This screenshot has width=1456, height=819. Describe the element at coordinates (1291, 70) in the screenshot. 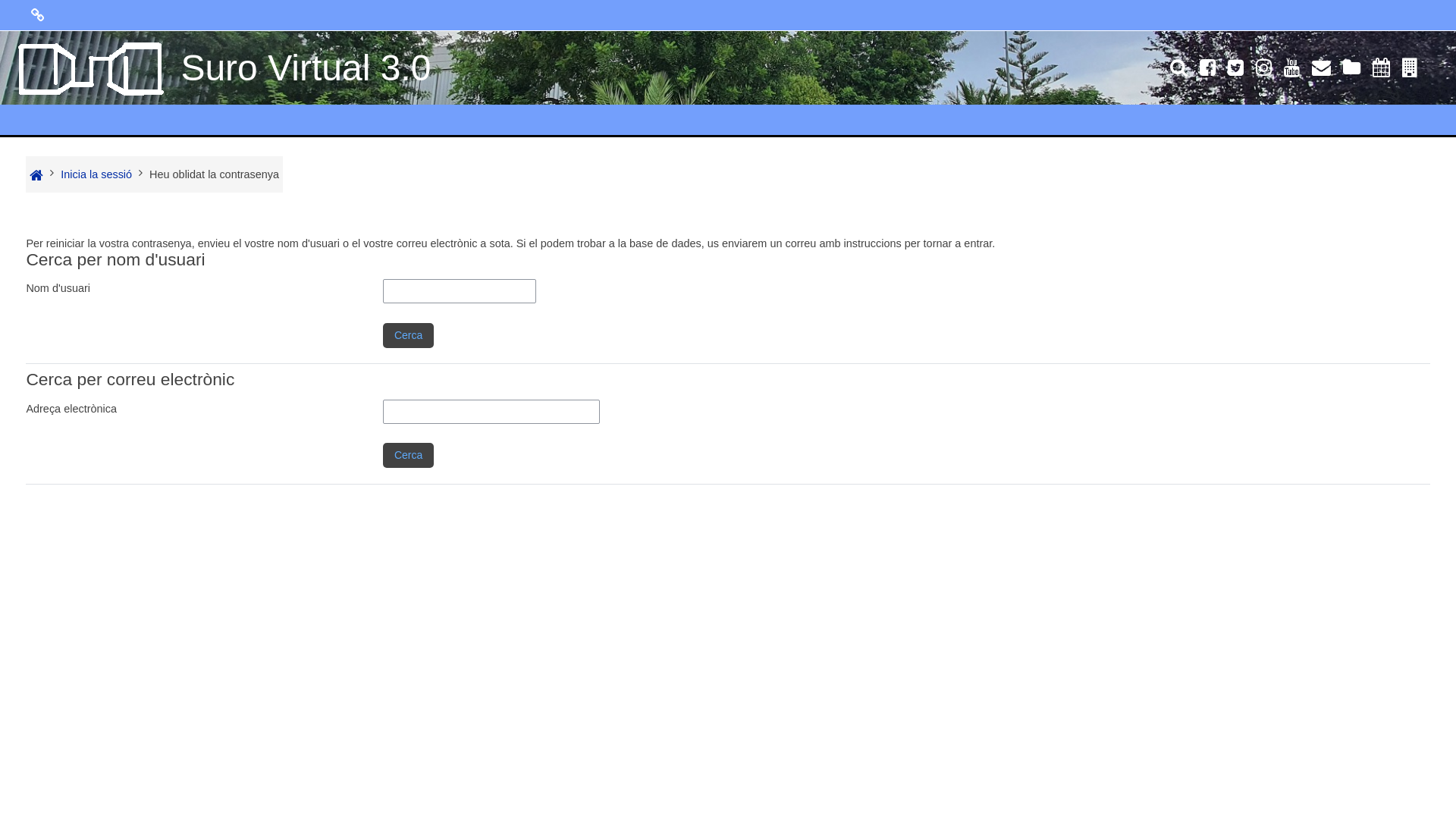

I see `'Canal de YouTube del centre'` at that location.